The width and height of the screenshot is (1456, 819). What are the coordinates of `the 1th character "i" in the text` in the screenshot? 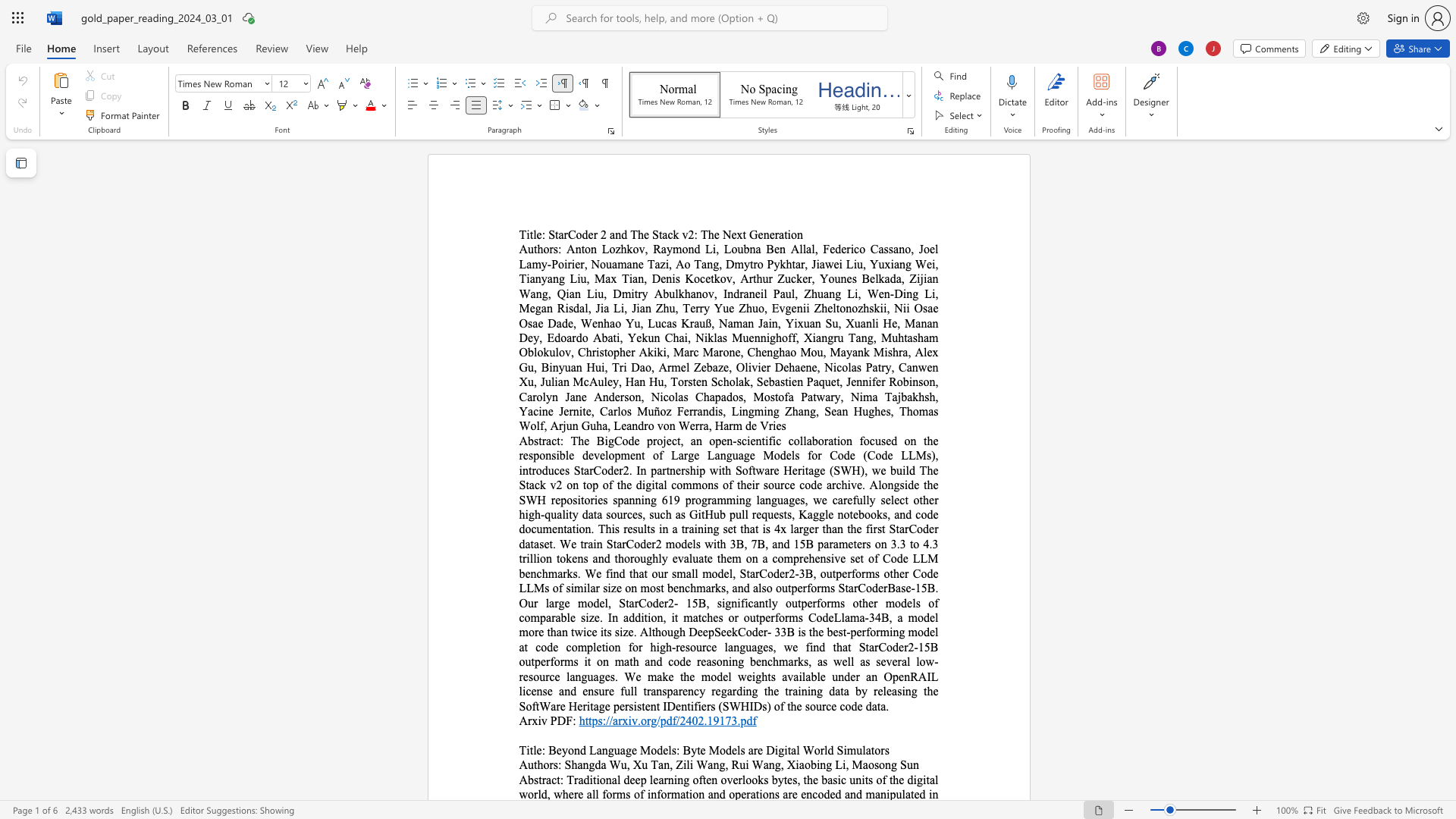 It's located at (789, 234).